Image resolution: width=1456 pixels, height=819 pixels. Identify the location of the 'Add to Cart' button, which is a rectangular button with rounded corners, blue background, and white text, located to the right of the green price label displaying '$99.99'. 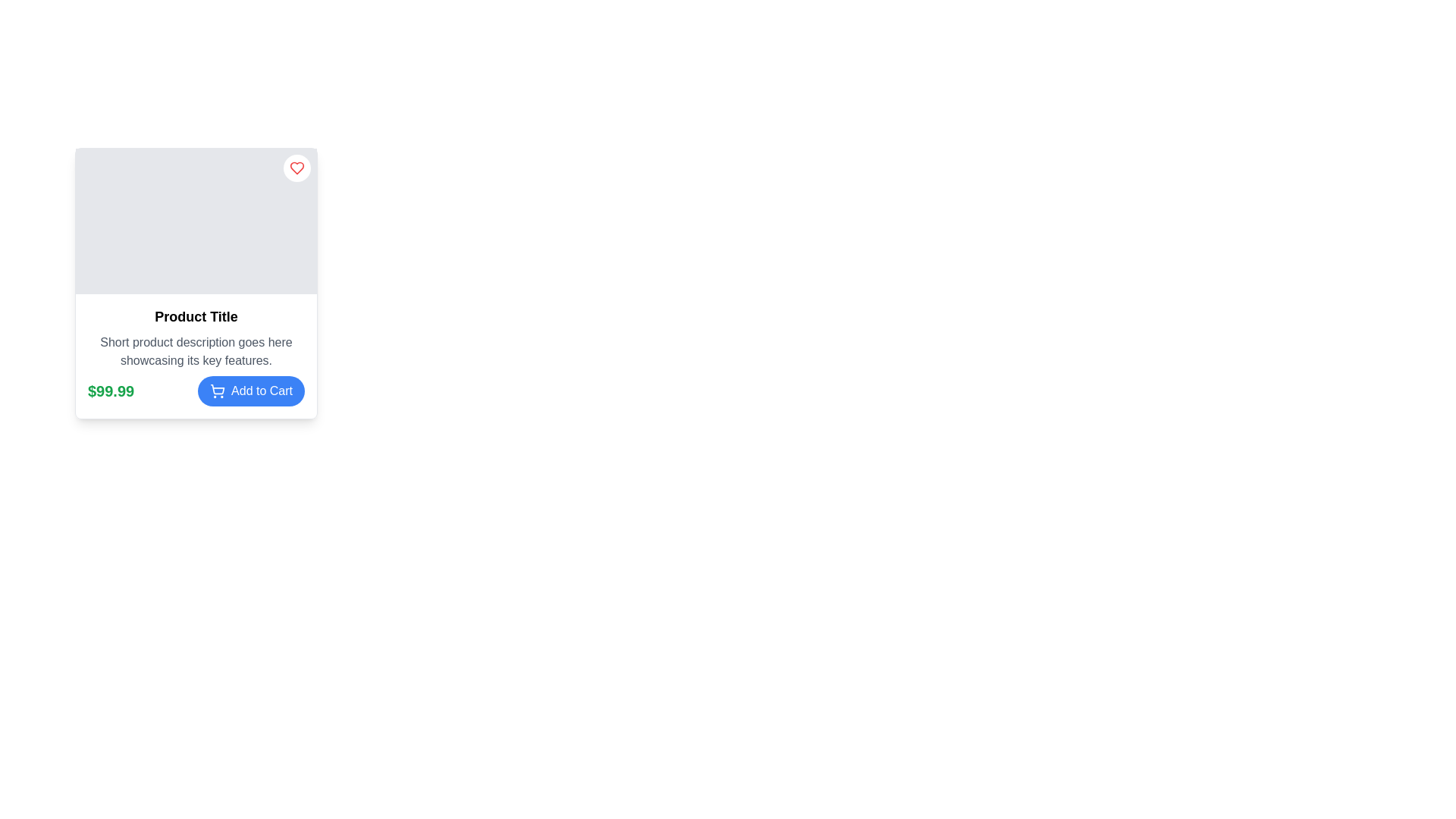
(251, 391).